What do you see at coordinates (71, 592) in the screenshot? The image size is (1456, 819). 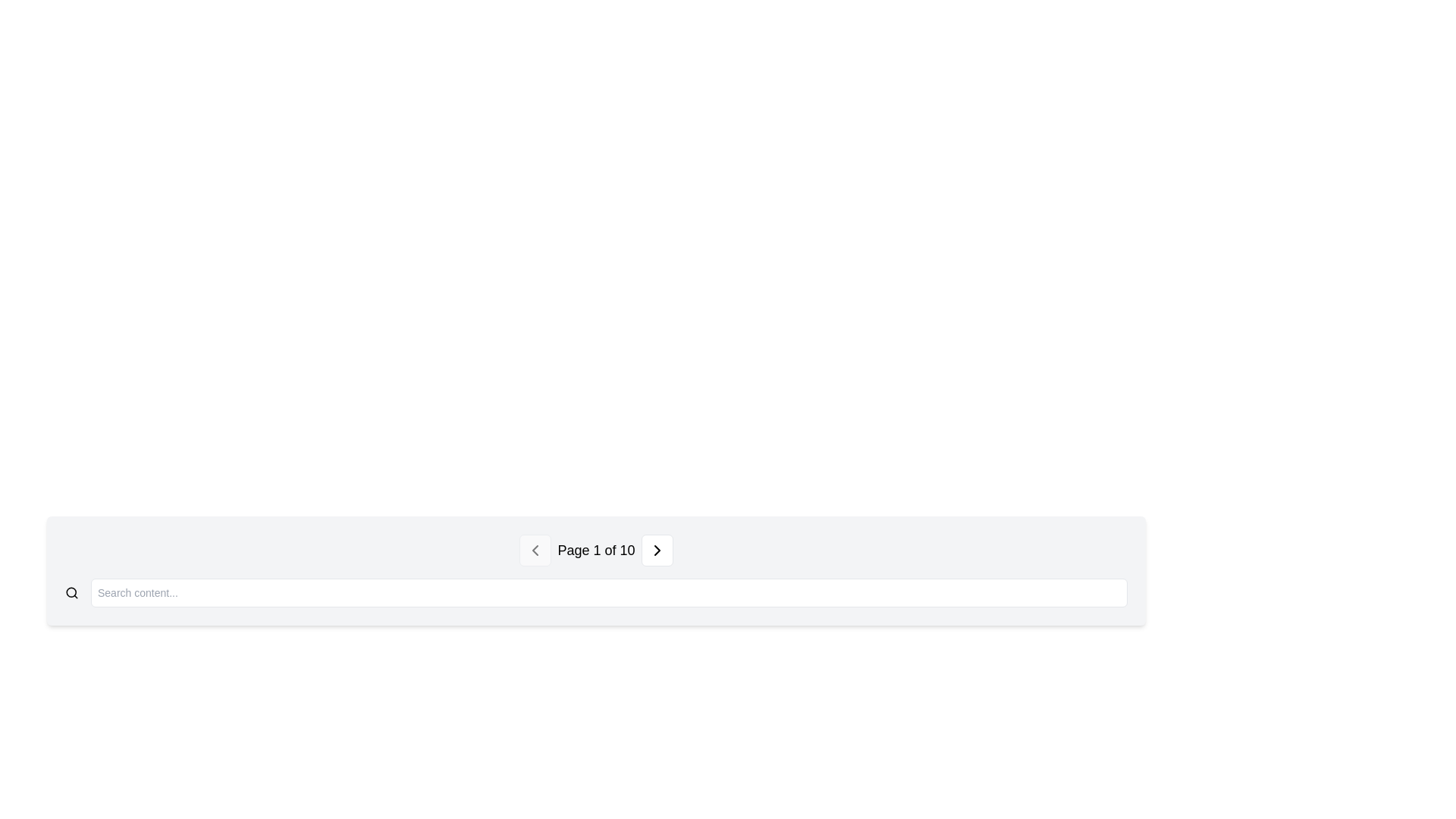 I see `the small magnifying glass icon to the left of the search text input field to initiate a search` at bounding box center [71, 592].